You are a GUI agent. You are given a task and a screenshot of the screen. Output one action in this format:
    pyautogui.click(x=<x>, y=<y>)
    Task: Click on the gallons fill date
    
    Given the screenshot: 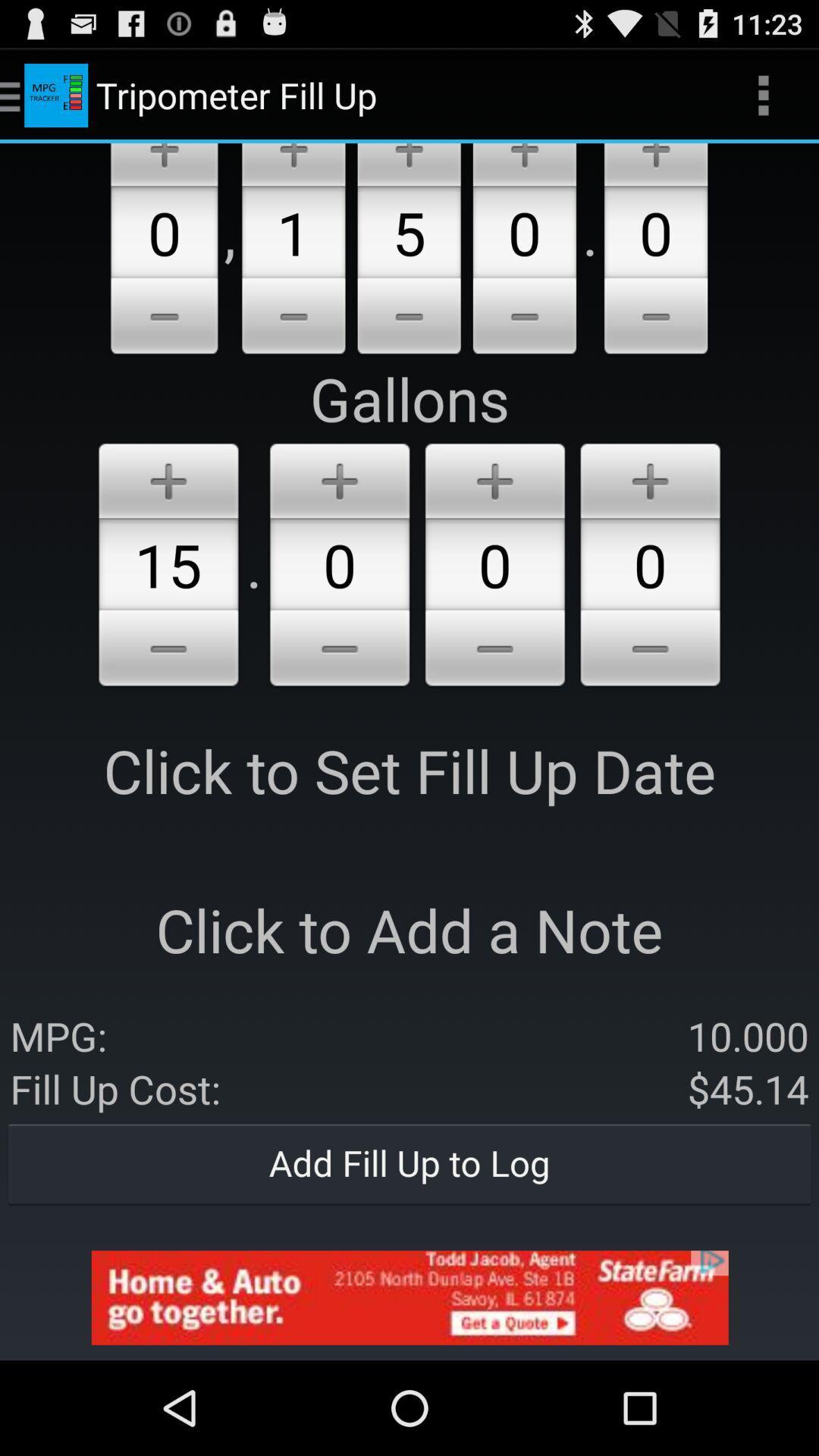 What is the action you would take?
    pyautogui.click(x=339, y=477)
    